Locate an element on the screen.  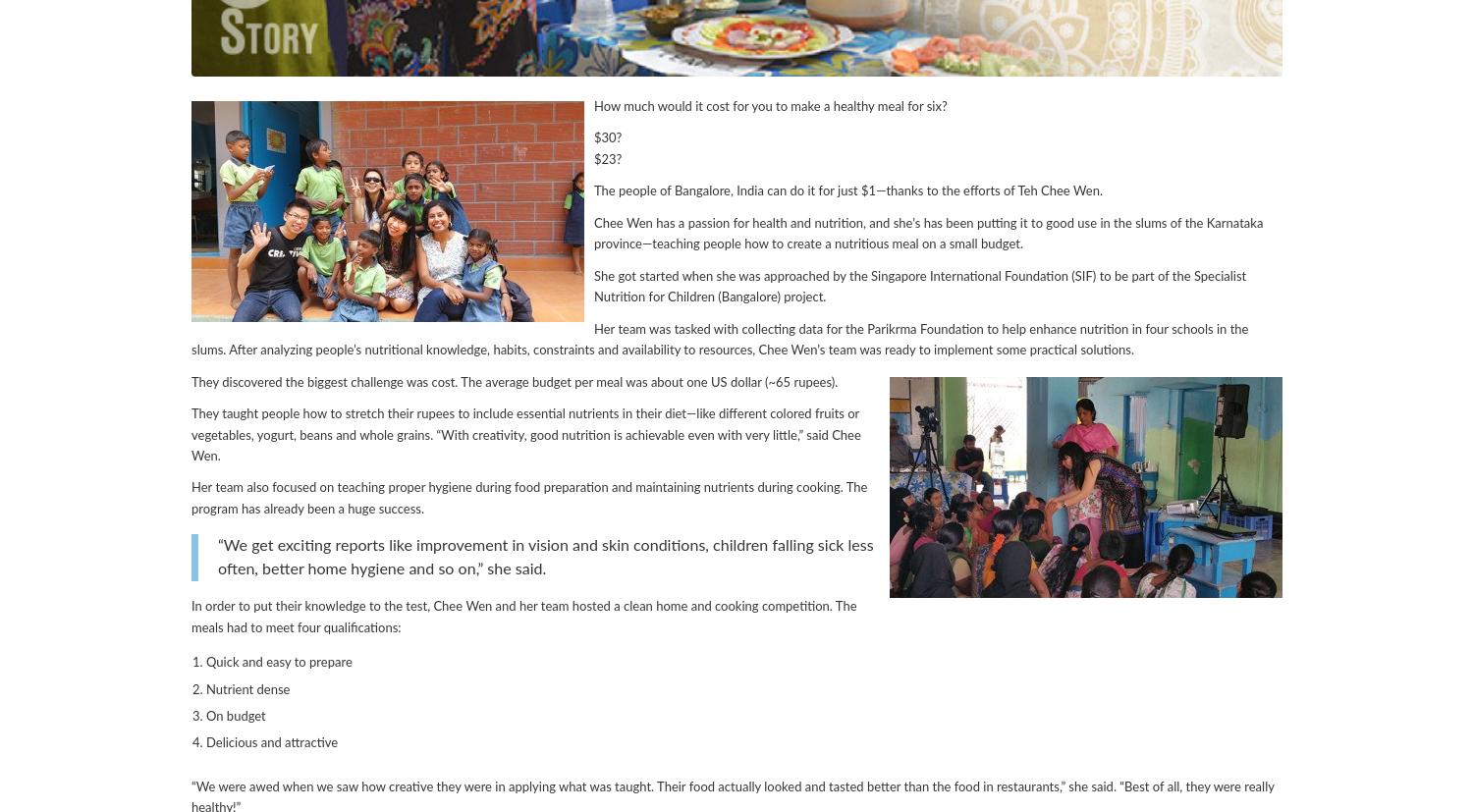
'They taught people how to stretch their rupees to include essential nutrients in their diet—like different colored fruits or vegetables, yogurt, beans and whole grains. “With creativity, good nutrition is achievable even with very little,” said Chee Wen.' is located at coordinates (525, 435).